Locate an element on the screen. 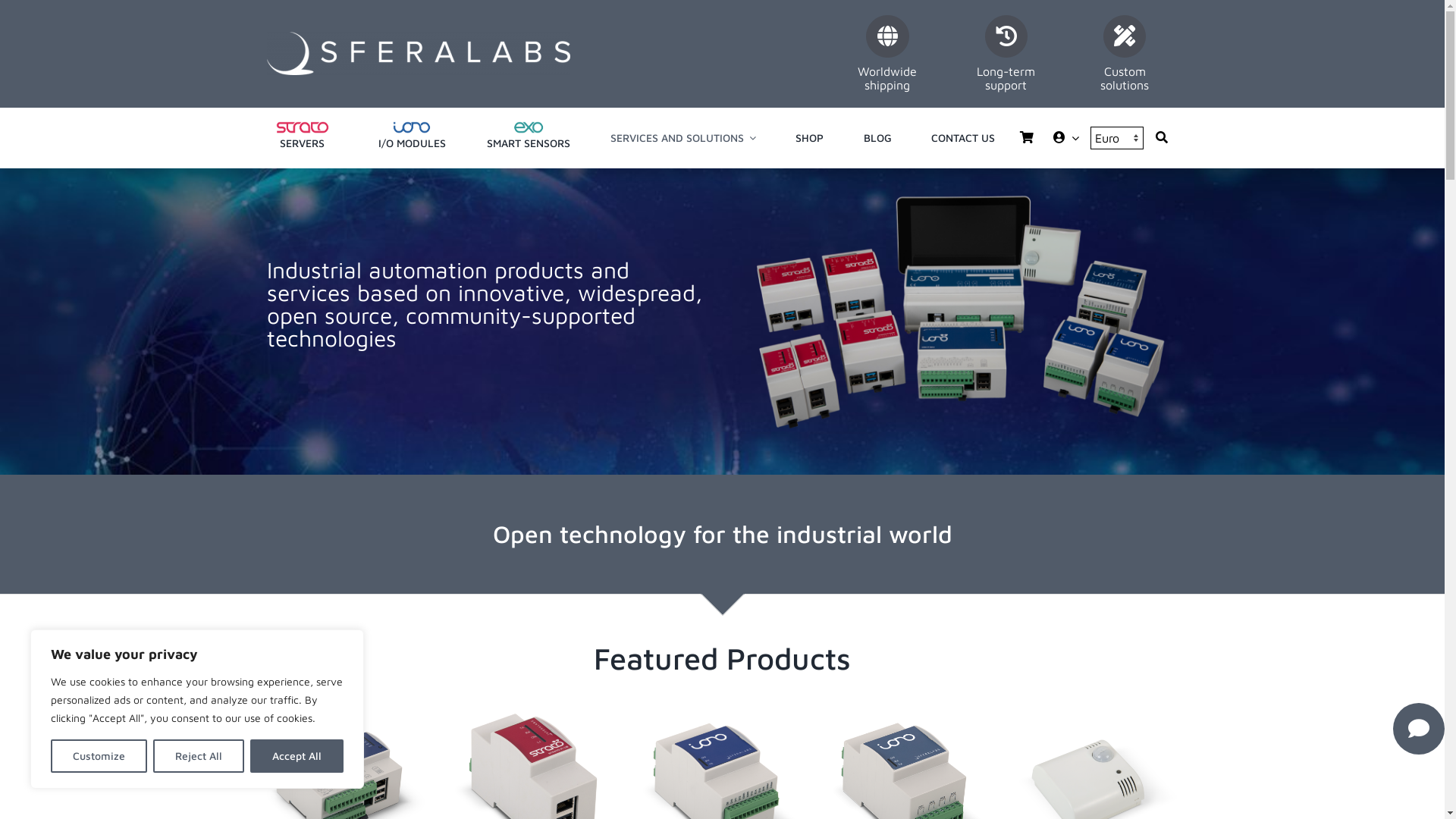 The width and height of the screenshot is (1456, 819). 'SERVERS' is located at coordinates (302, 137).